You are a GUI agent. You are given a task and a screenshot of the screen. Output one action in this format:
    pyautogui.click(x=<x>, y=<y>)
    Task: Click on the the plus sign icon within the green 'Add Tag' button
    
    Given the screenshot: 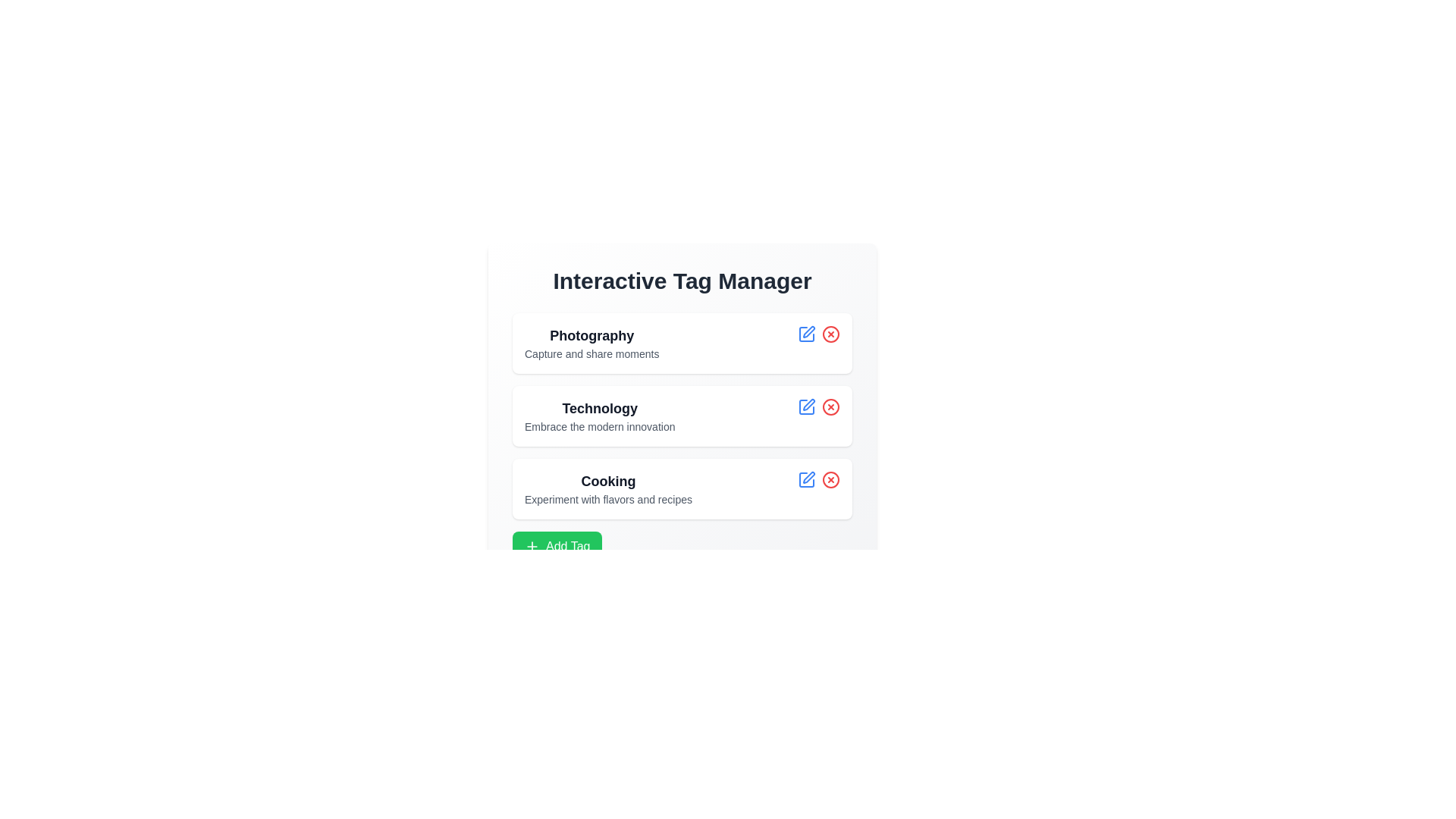 What is the action you would take?
    pyautogui.click(x=532, y=547)
    